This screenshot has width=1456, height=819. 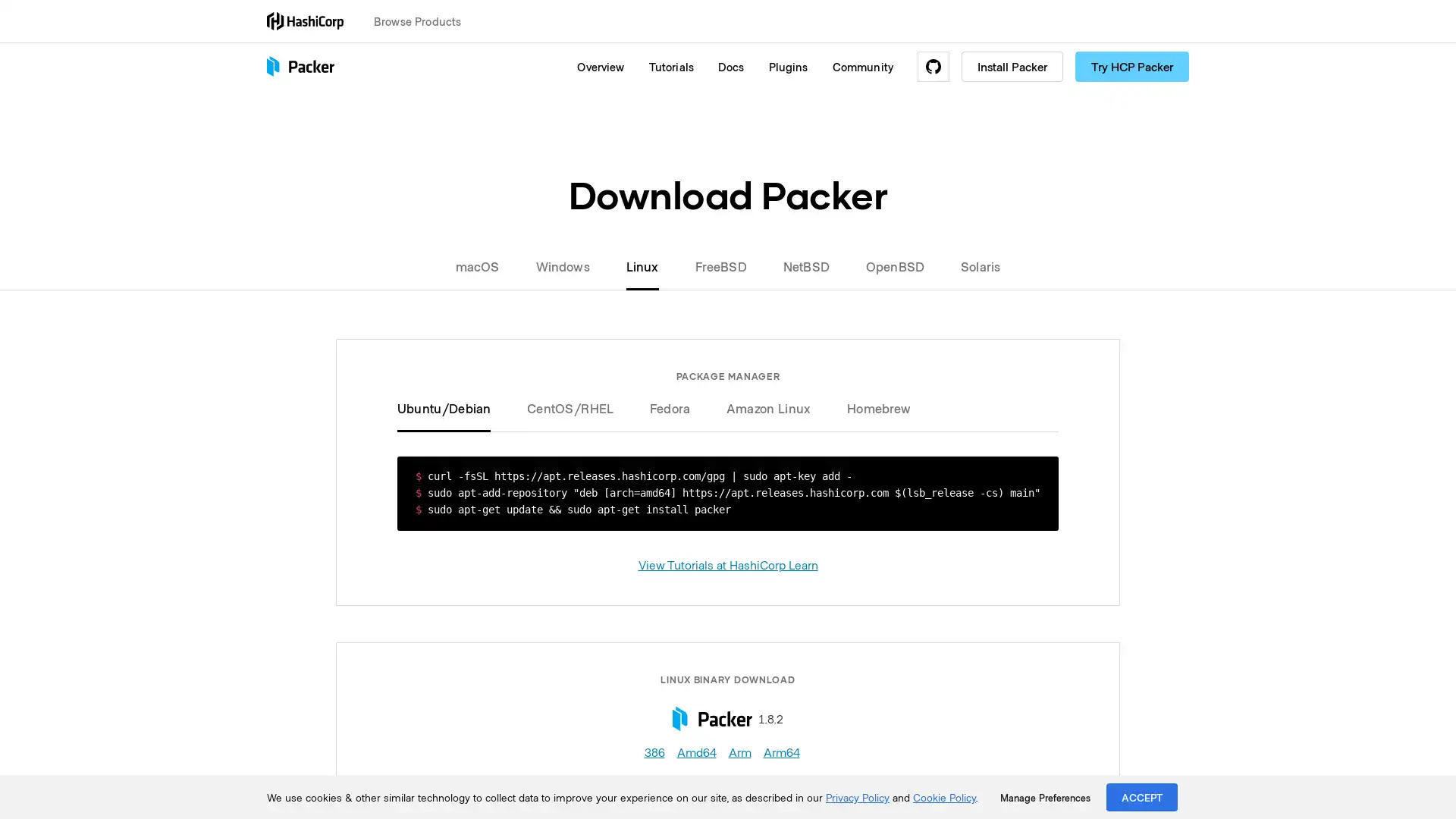 I want to click on CentOS/RHEL, so click(x=570, y=406).